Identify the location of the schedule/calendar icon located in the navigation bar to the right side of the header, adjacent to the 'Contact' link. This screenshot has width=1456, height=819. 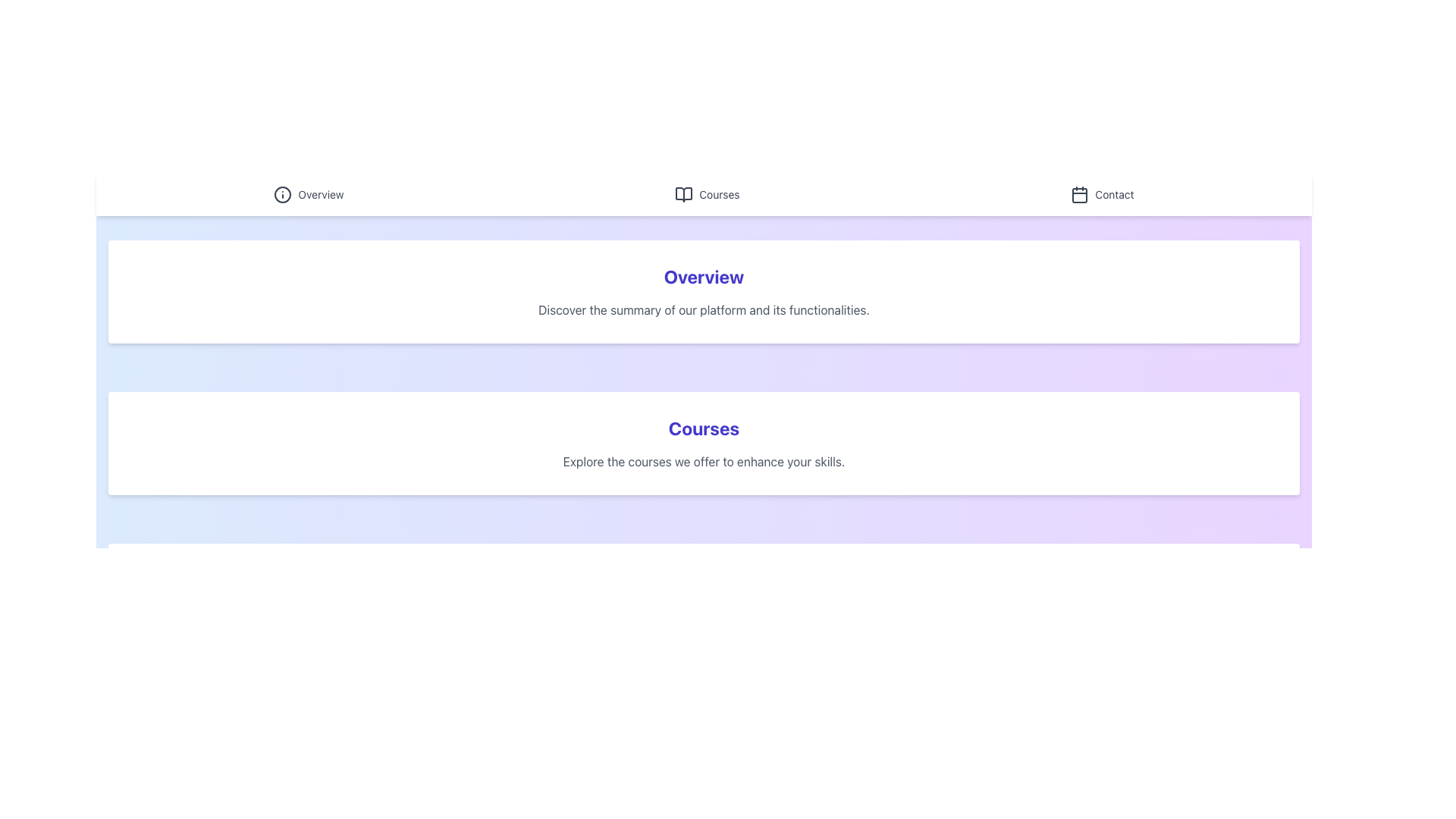
(1079, 194).